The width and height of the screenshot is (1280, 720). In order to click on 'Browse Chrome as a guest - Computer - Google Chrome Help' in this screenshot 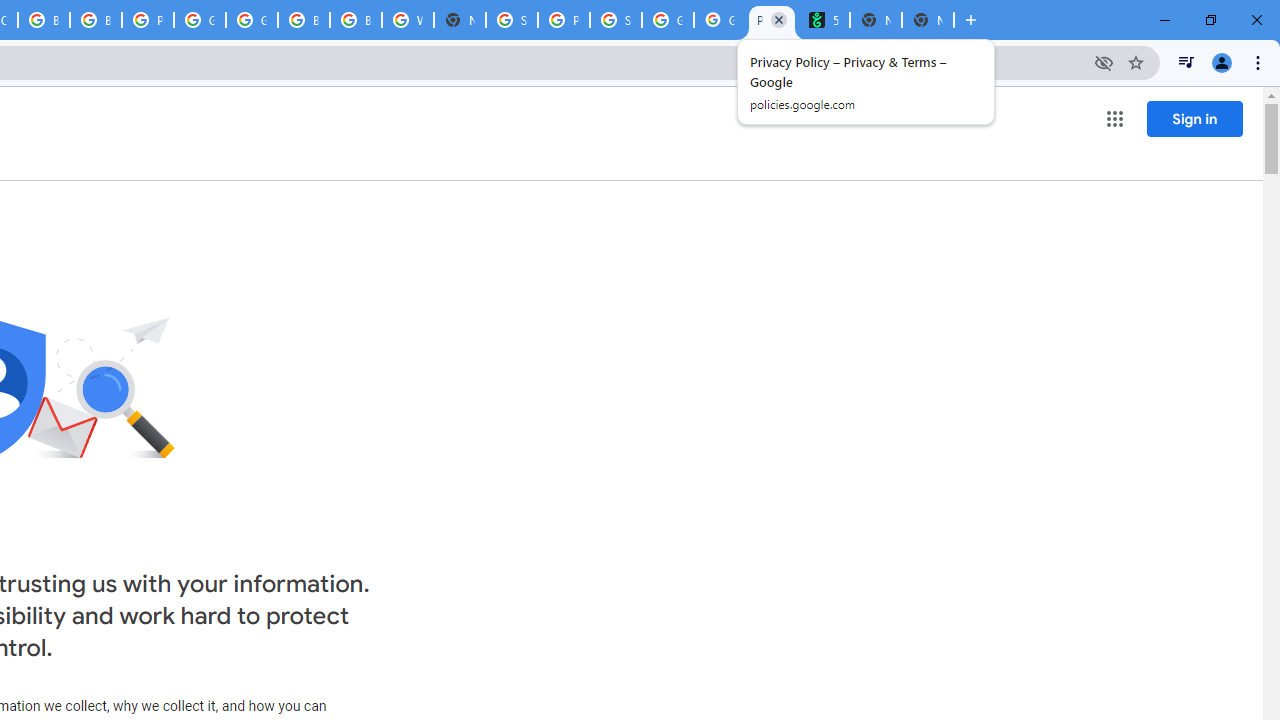, I will do `click(95, 20)`.